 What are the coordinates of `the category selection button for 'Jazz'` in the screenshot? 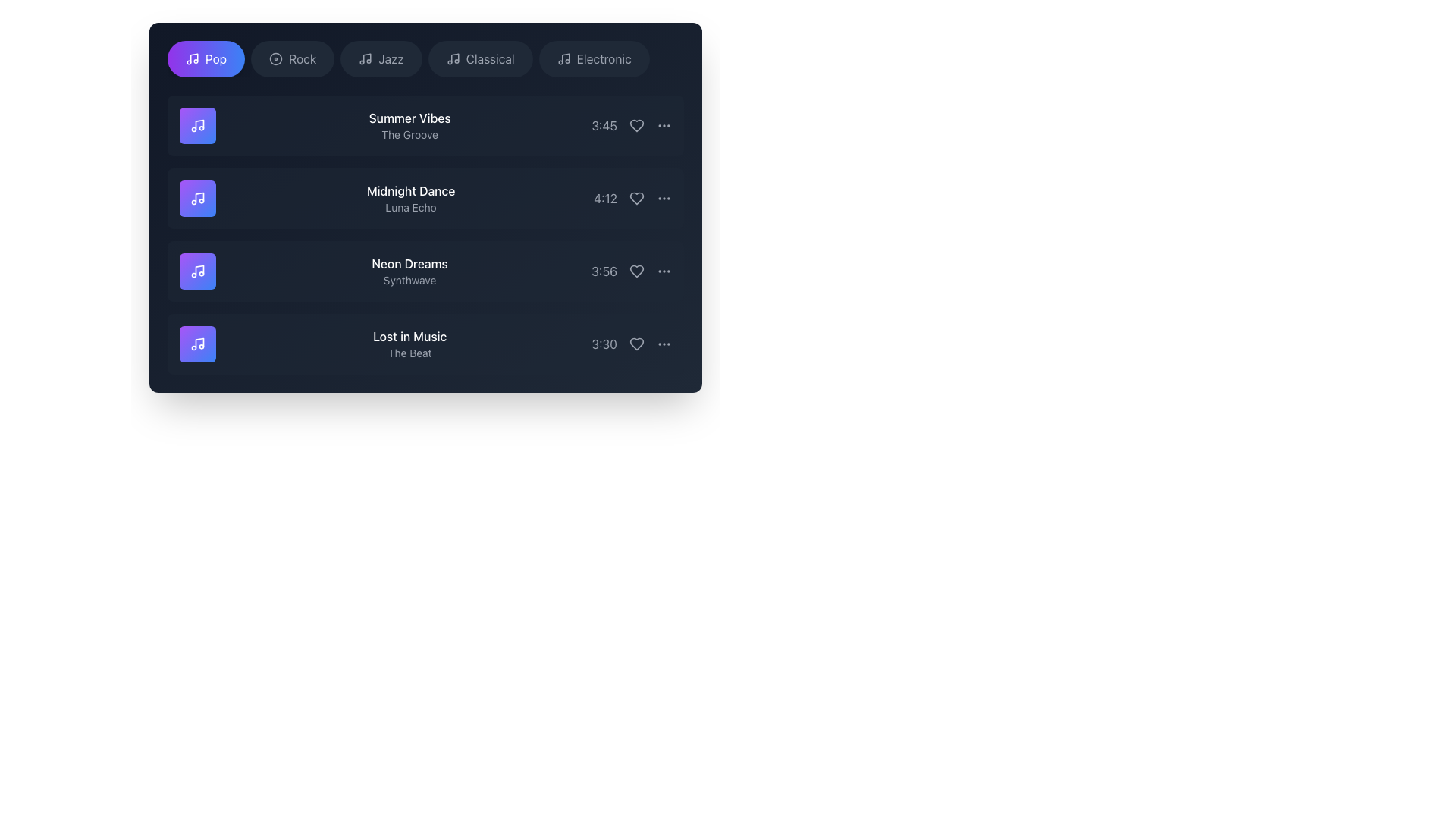 It's located at (391, 58).